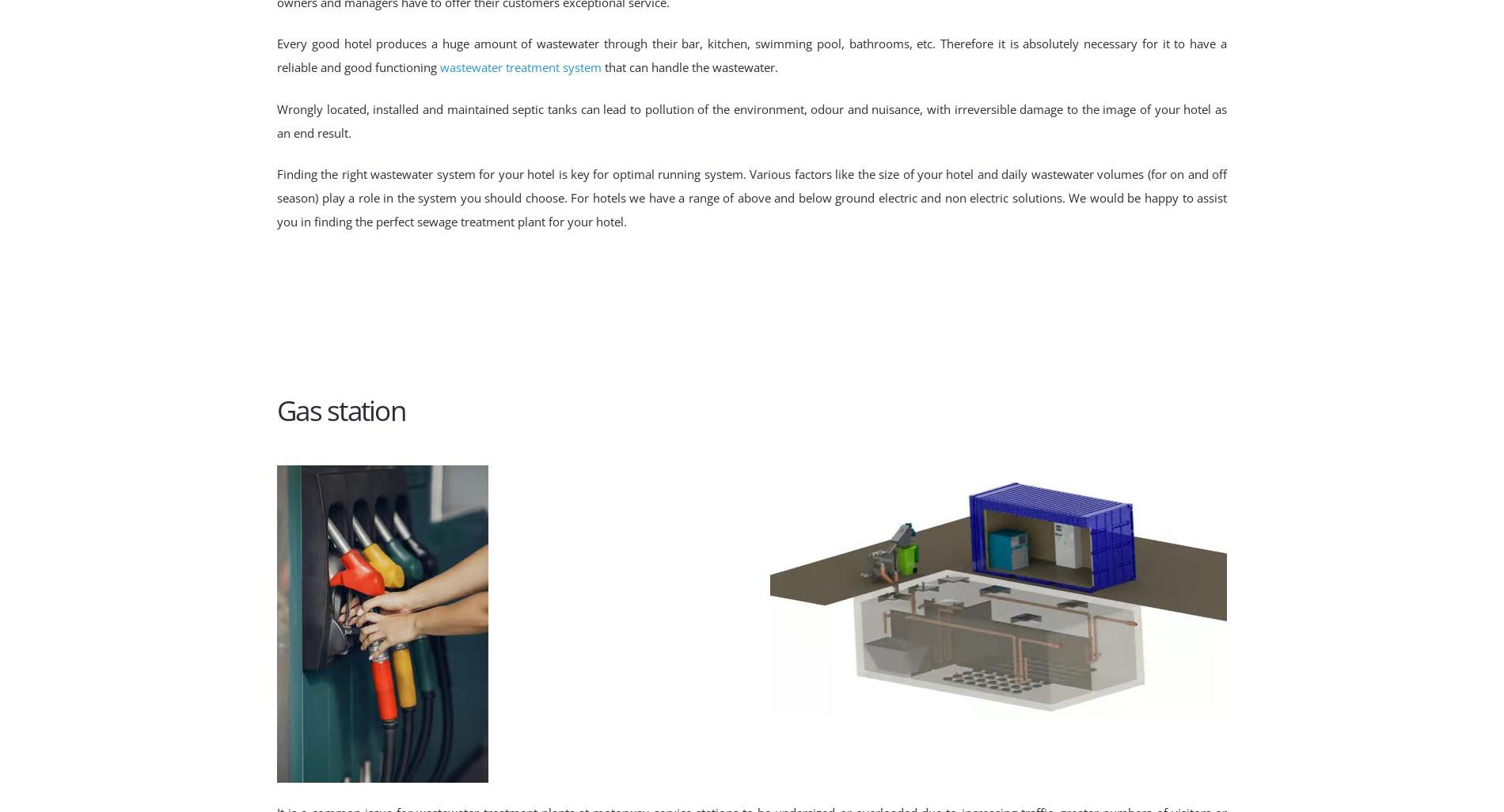  I want to click on 'Gas station', so click(340, 410).